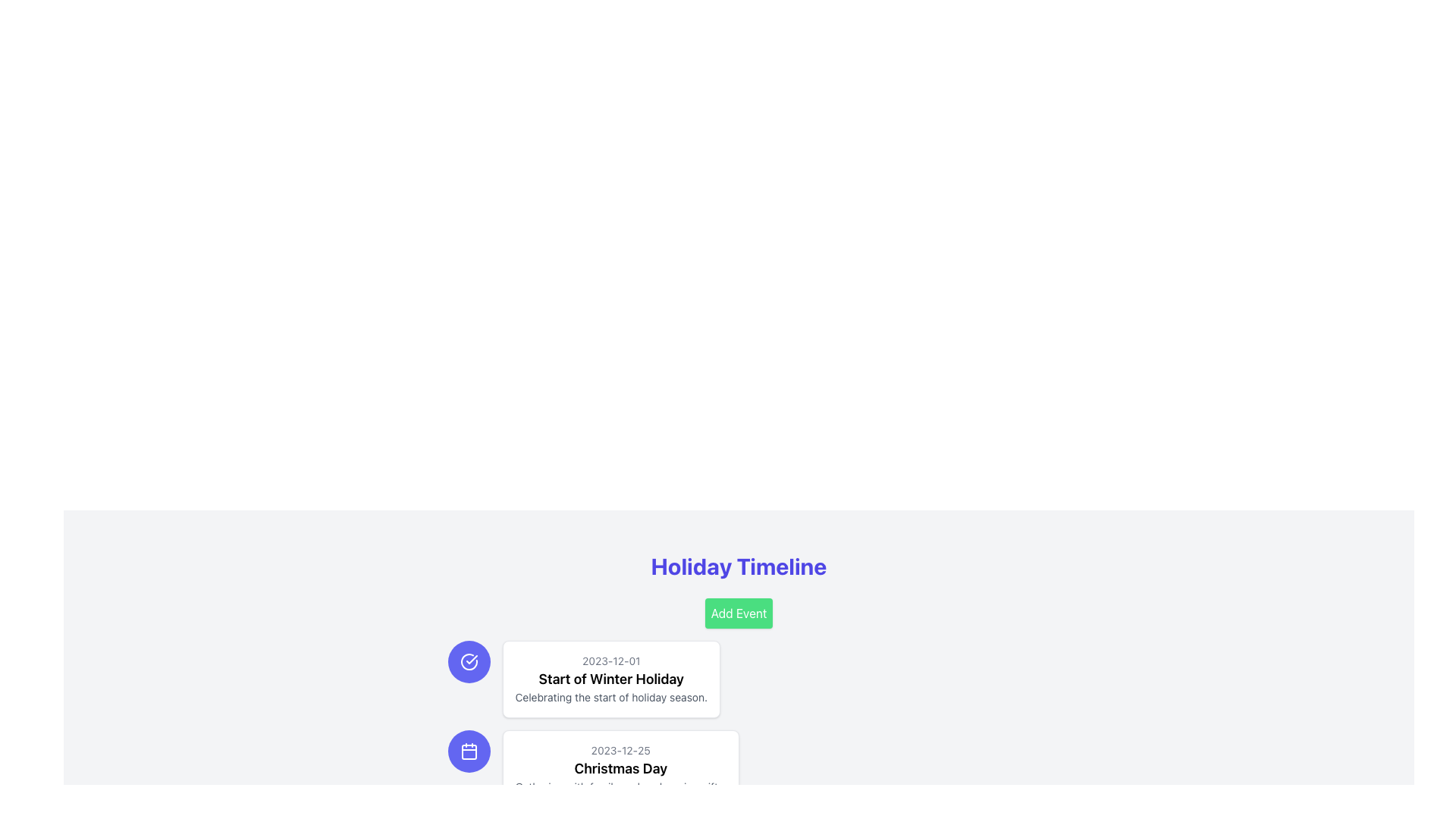 This screenshot has height=819, width=1456. I want to click on text label displaying 'Christmas Day' in bold black font, which is centrally located within the '2023-12-25' card on the Holiday Timeline, so click(620, 769).